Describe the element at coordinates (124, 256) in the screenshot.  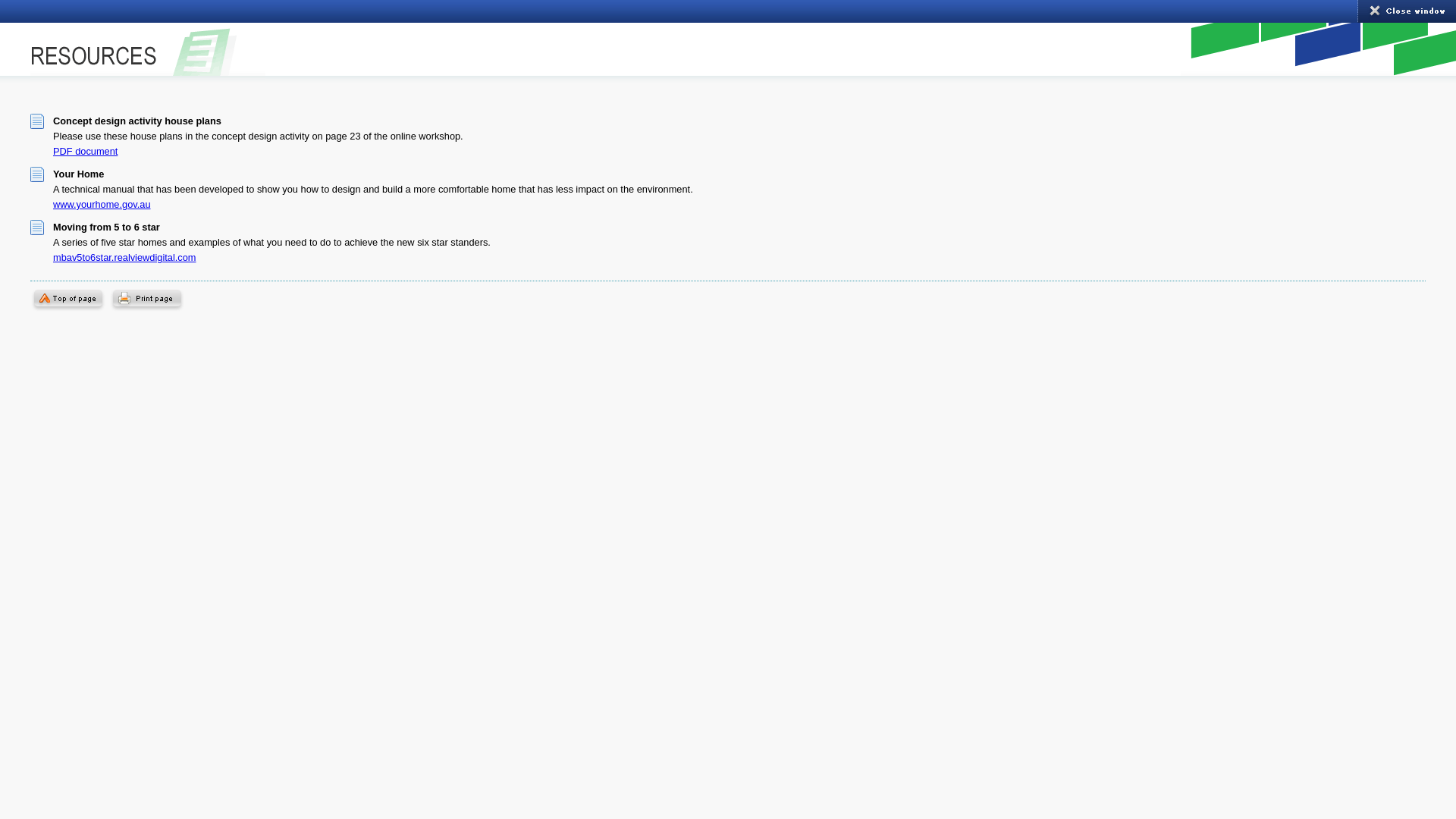
I see `'mbav5to6star.realviewdigital.com'` at that location.